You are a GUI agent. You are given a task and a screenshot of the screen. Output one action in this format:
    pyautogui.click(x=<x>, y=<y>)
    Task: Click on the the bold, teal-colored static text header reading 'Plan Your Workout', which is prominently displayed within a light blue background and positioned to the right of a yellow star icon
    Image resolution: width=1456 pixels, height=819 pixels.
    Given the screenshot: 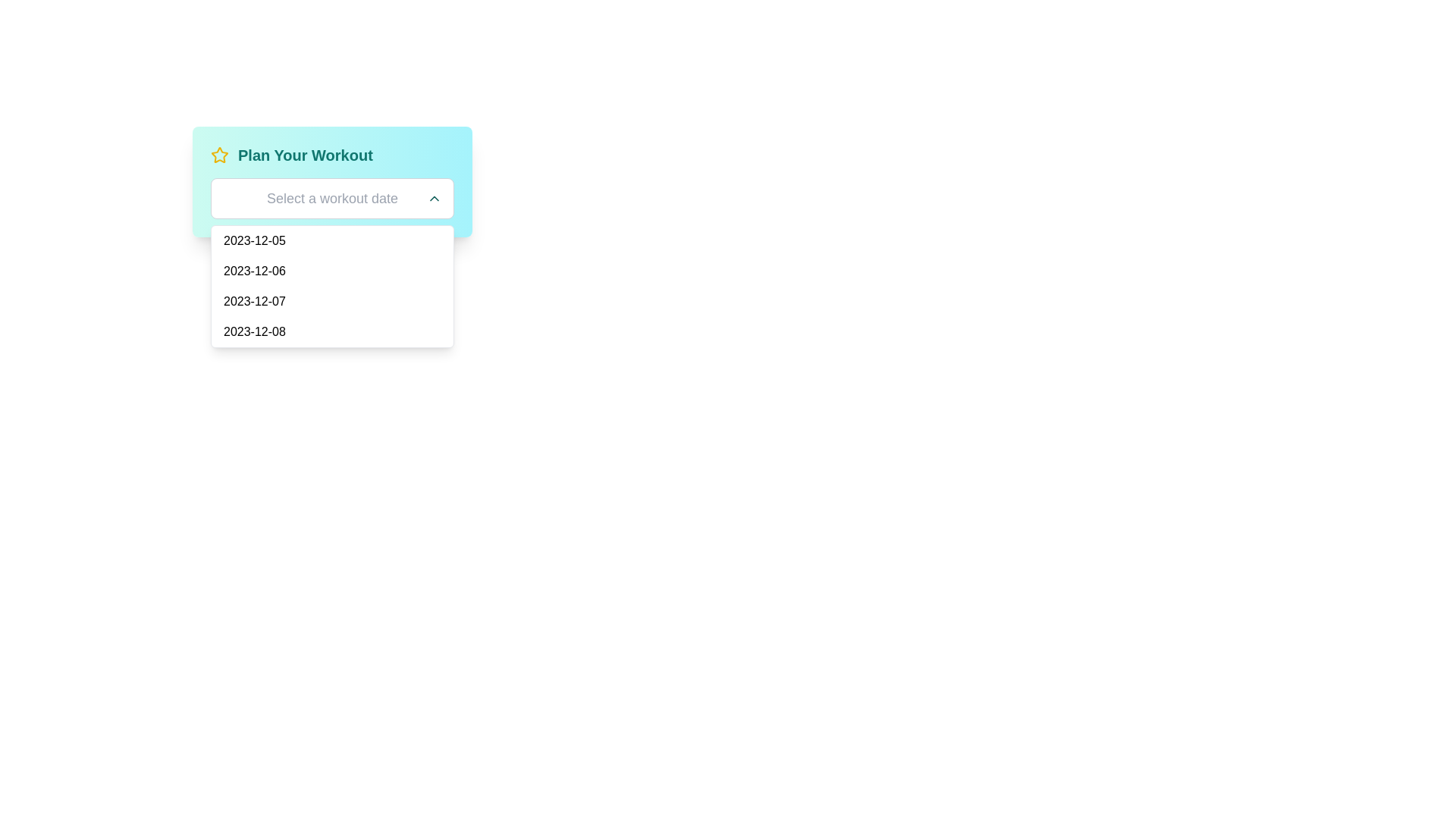 What is the action you would take?
    pyautogui.click(x=304, y=155)
    